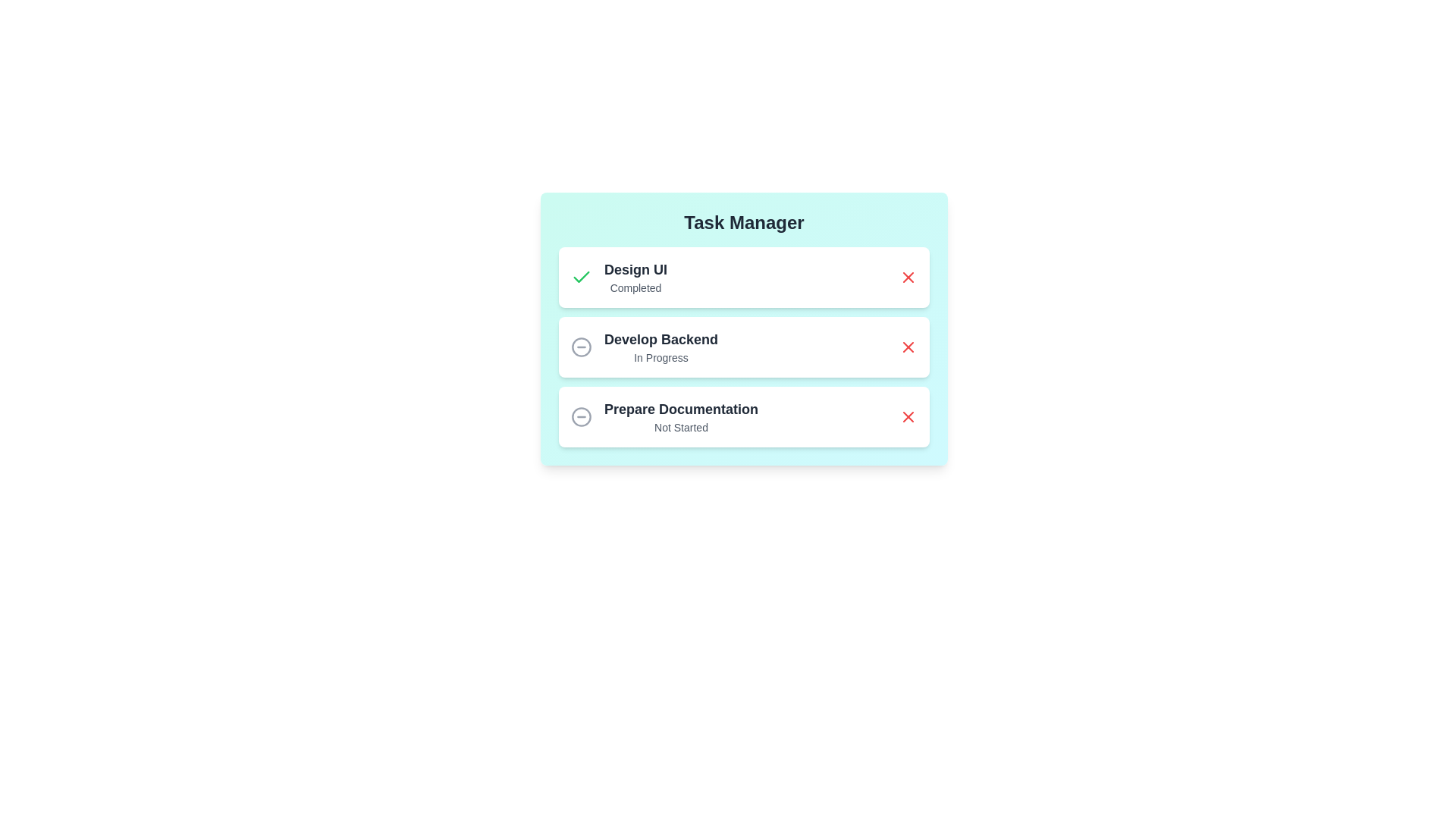 The width and height of the screenshot is (1456, 819). I want to click on the 'X' button associated with the task titled 'Design UI' to remove it from the list, so click(908, 278).